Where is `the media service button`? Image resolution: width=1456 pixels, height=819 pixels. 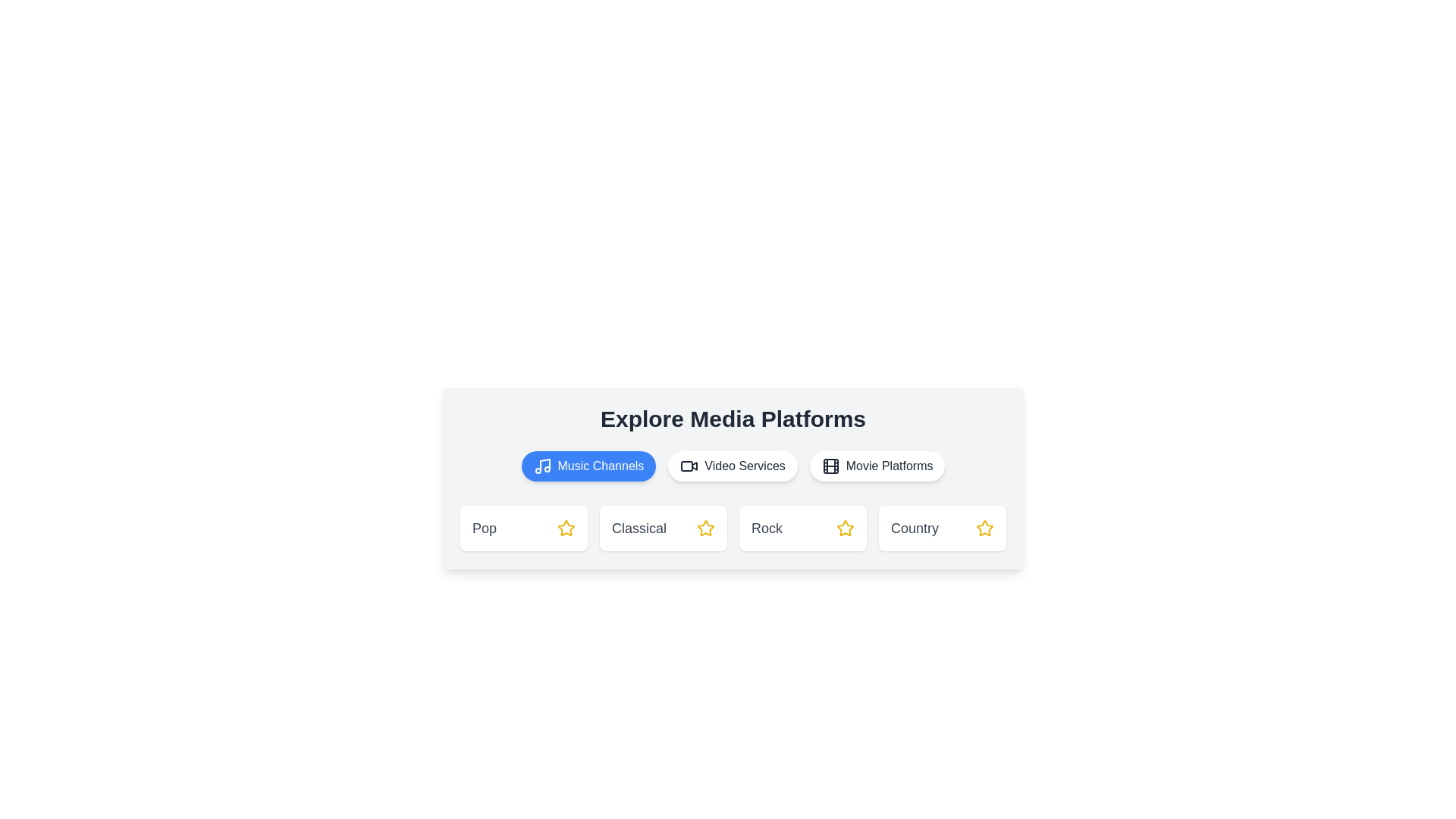 the media service button is located at coordinates (733, 465).